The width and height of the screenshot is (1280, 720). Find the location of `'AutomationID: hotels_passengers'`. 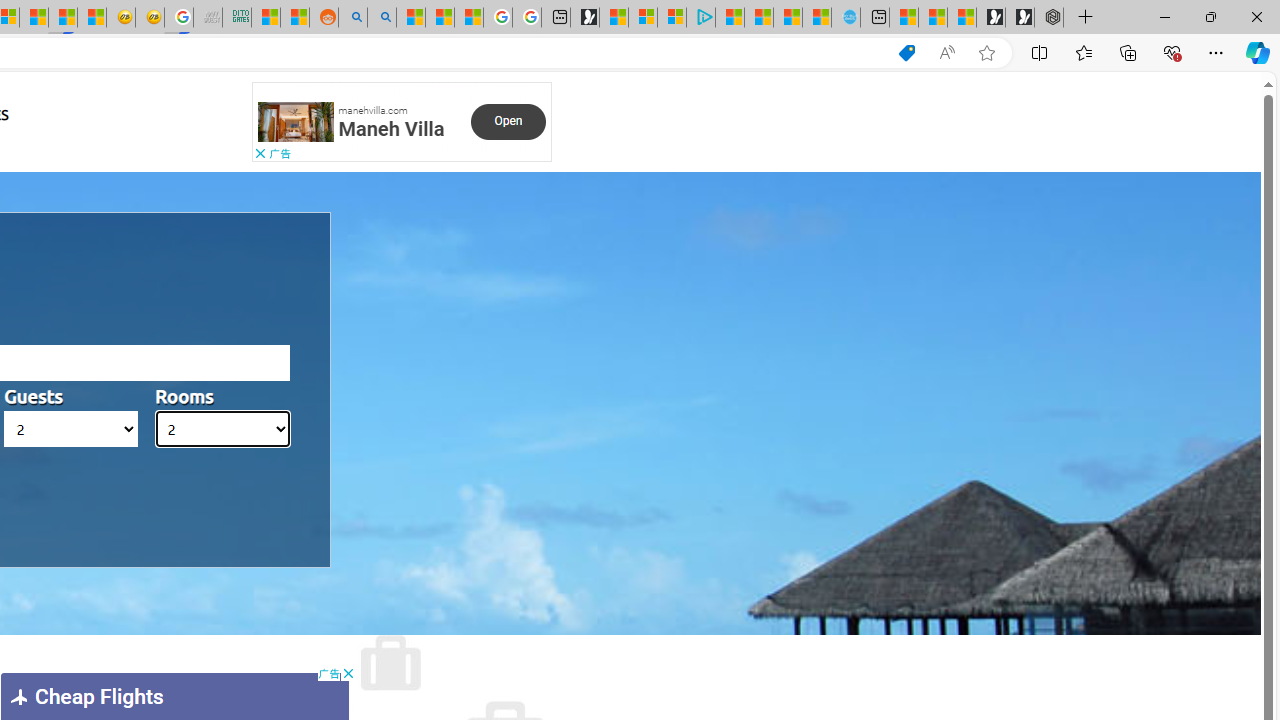

'AutomationID: hotels_passengers' is located at coordinates (71, 428).